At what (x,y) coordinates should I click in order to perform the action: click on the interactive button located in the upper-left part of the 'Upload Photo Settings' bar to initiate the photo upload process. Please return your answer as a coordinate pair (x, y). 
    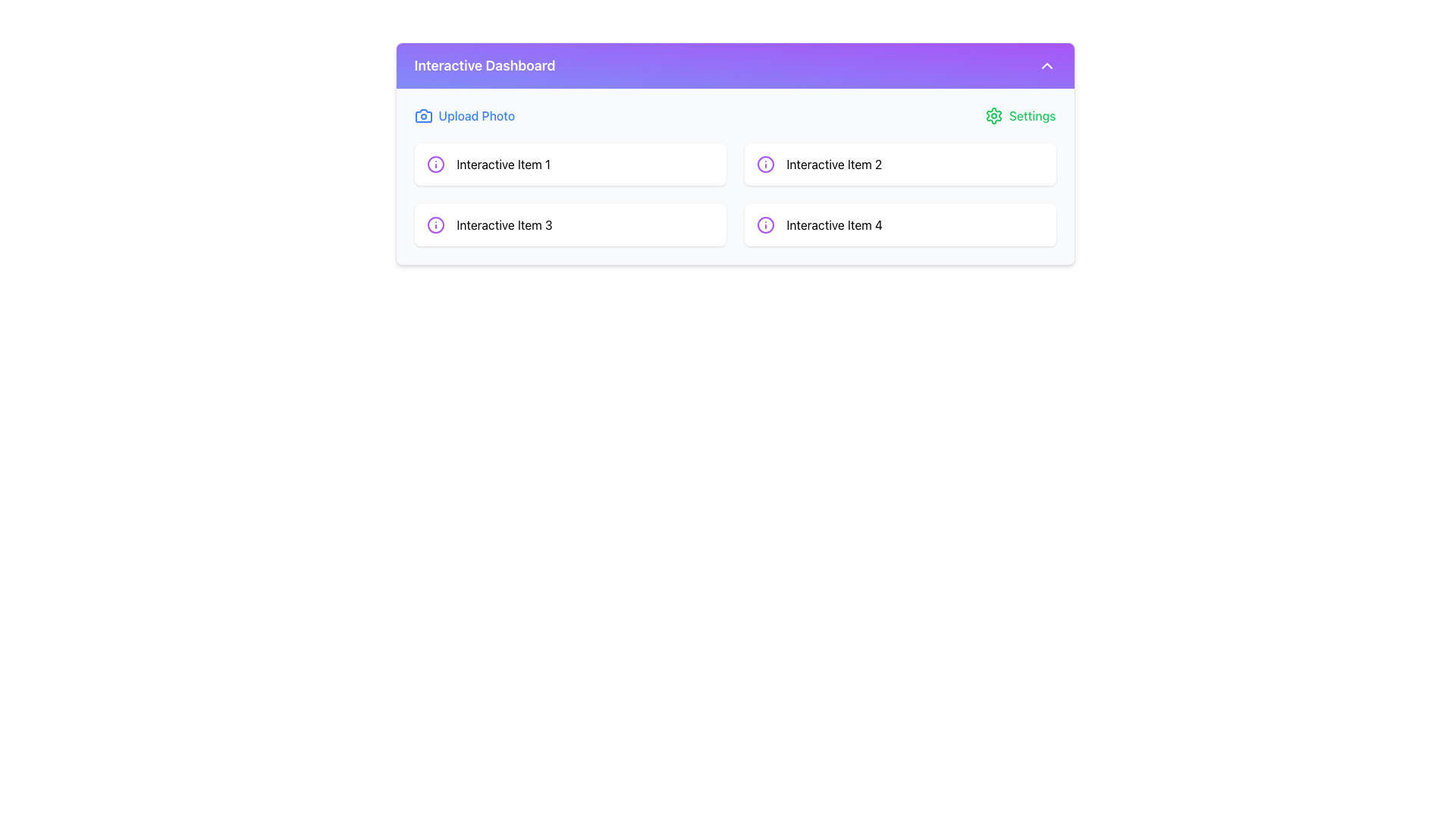
    Looking at the image, I should click on (463, 115).